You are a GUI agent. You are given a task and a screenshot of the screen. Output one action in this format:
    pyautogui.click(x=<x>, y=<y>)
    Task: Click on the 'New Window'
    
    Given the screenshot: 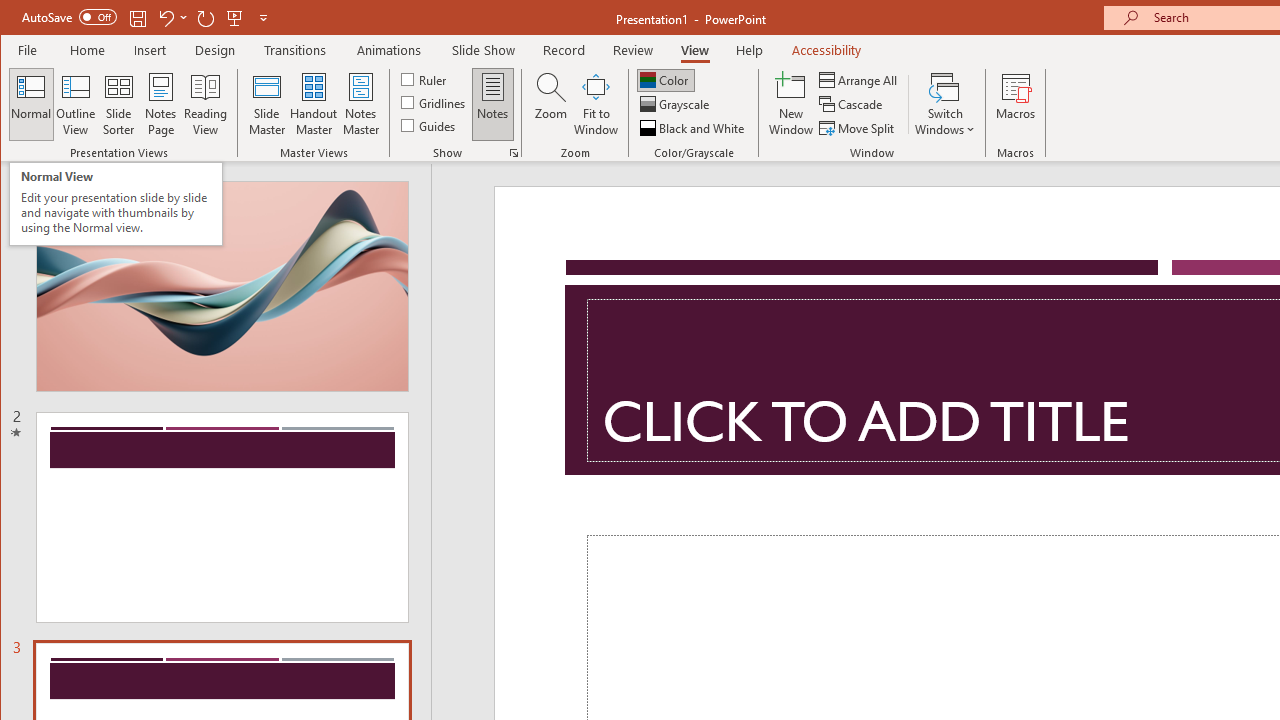 What is the action you would take?
    pyautogui.click(x=790, y=104)
    